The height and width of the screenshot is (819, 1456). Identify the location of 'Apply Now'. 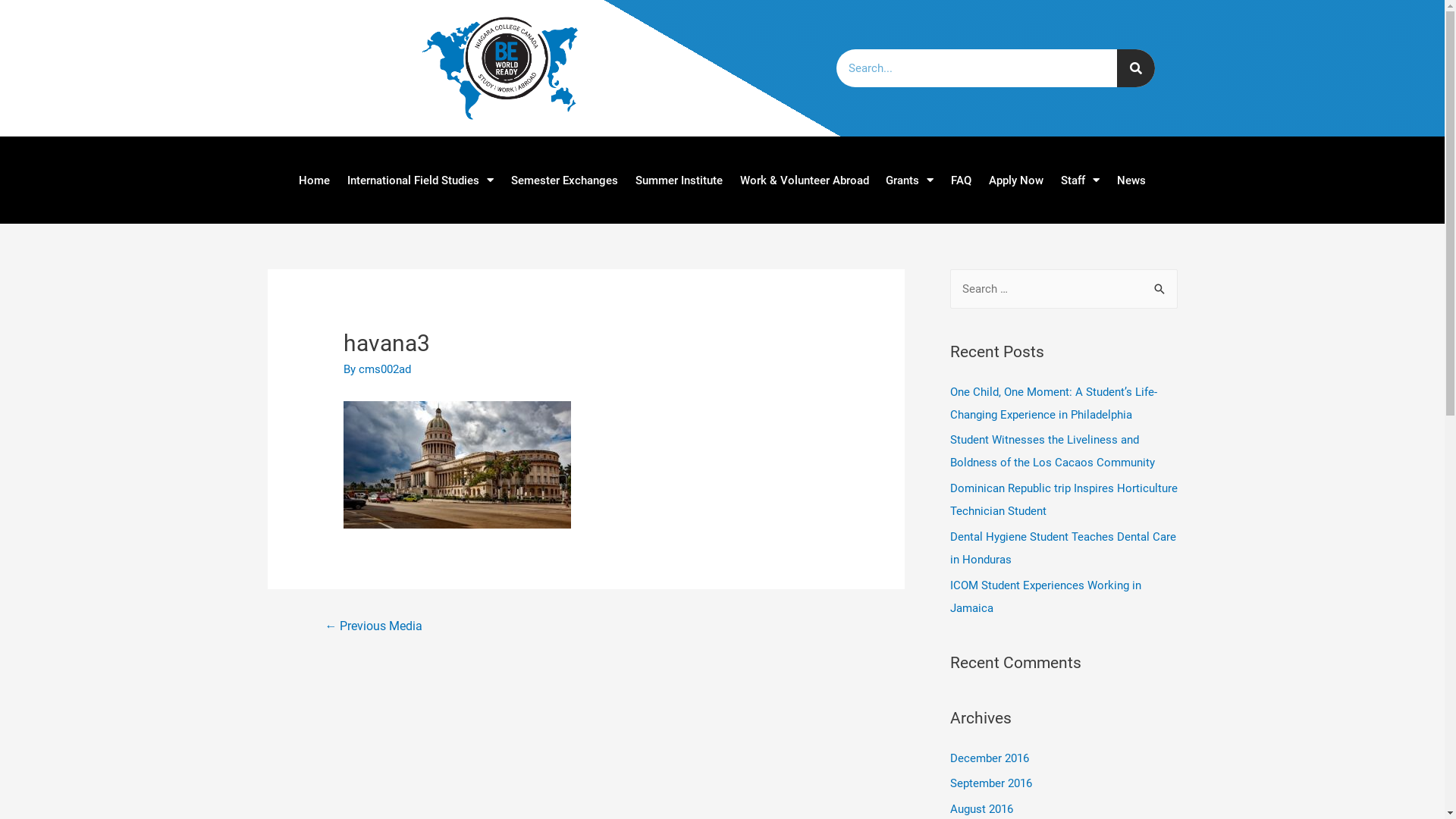
(1016, 178).